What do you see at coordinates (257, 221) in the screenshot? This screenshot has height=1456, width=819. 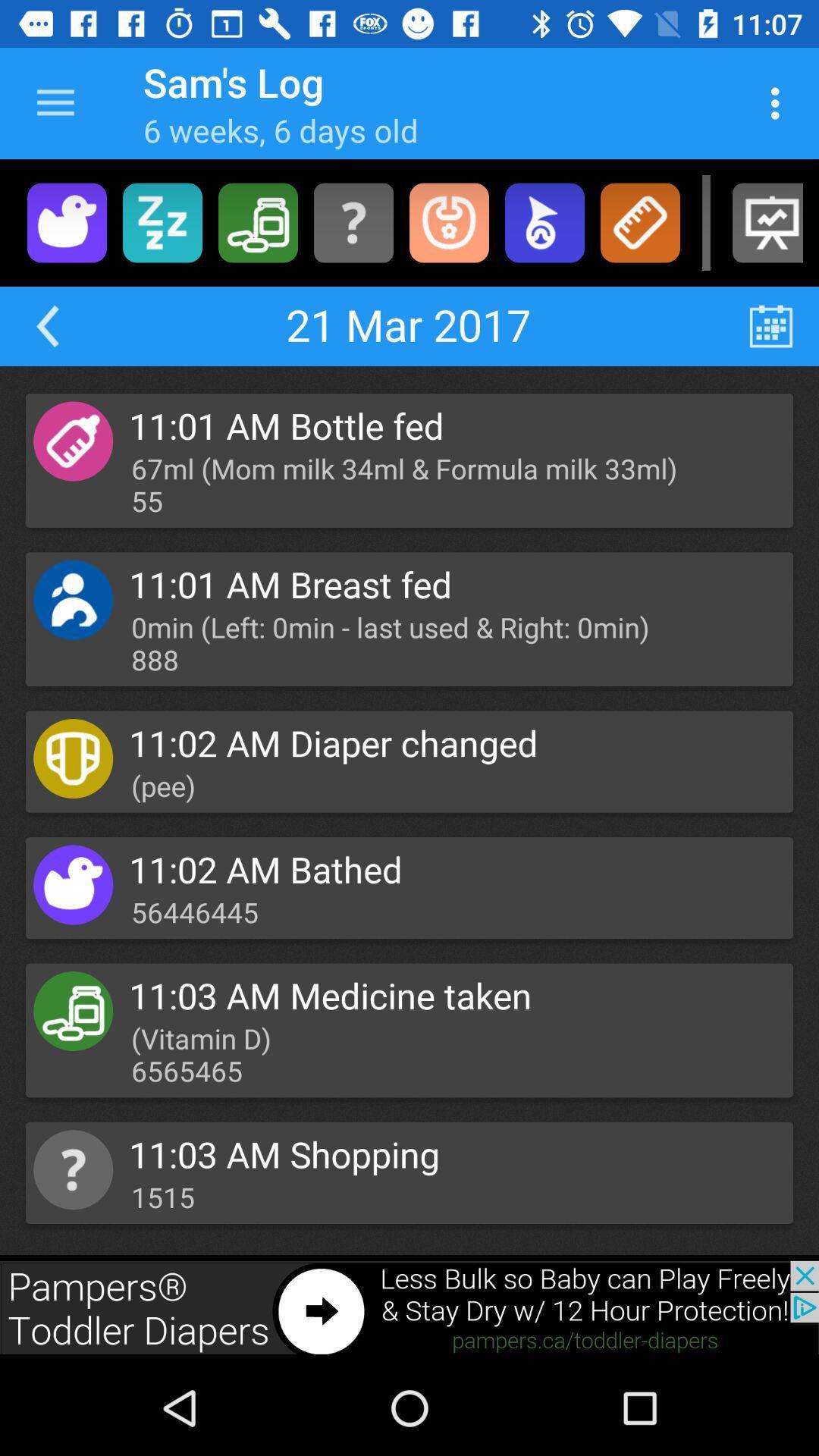 I see `choose pills` at bounding box center [257, 221].